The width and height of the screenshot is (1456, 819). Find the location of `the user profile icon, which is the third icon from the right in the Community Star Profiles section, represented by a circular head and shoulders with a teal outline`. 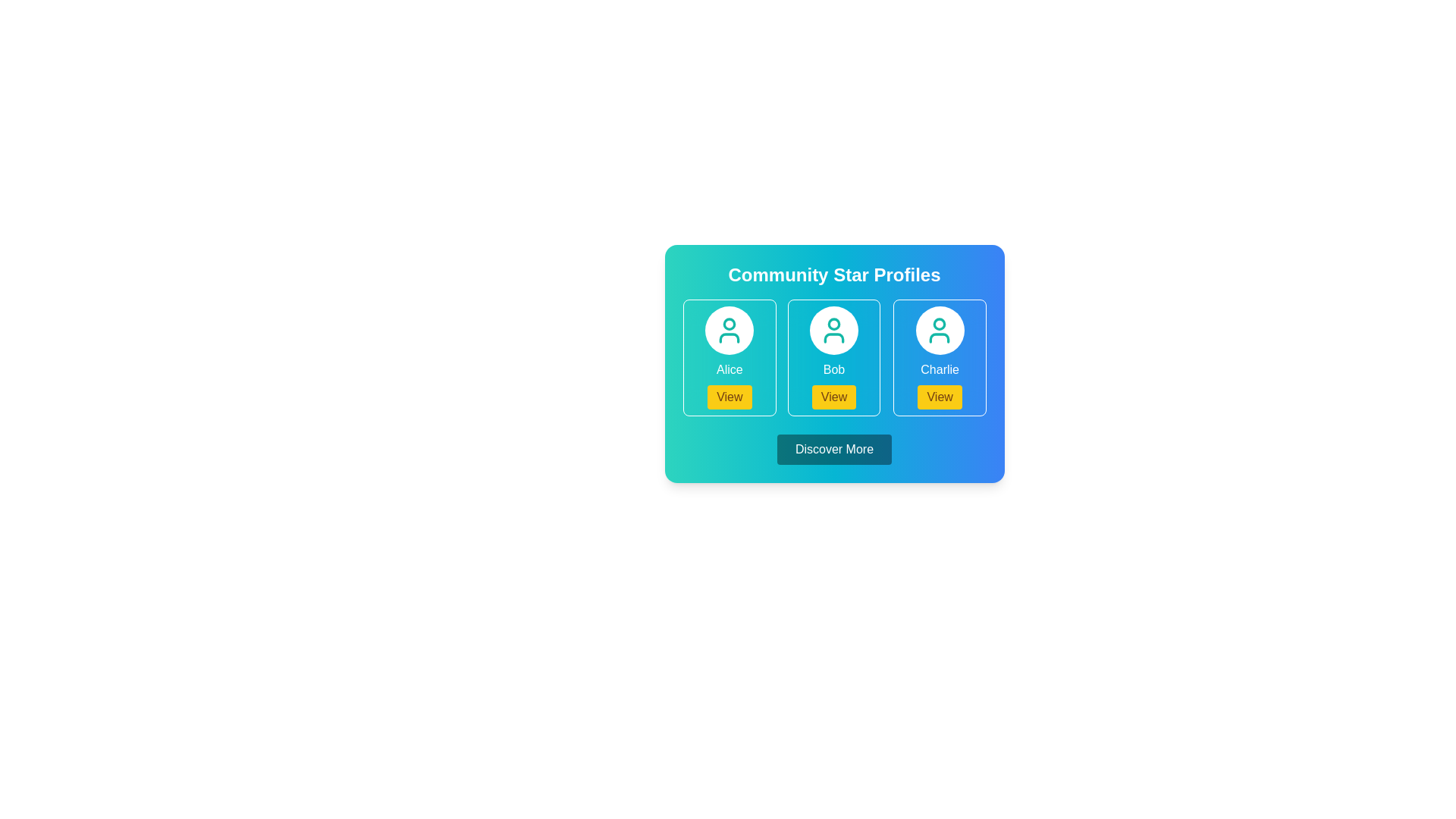

the user profile icon, which is the third icon from the right in the Community Star Profiles section, represented by a circular head and shoulders with a teal outline is located at coordinates (939, 329).